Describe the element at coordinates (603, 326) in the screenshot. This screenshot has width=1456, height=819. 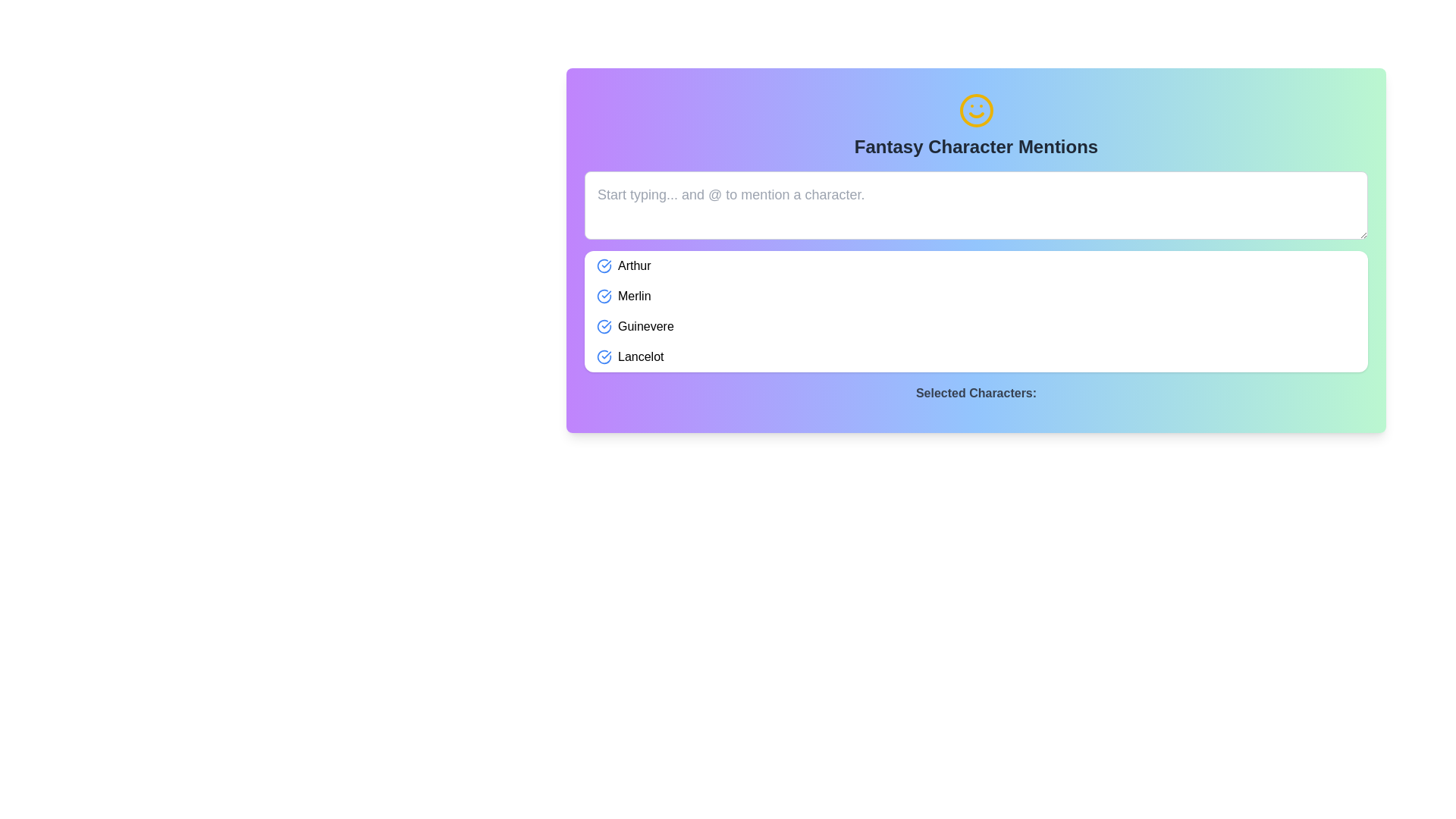
I see `the circular checkmark icon with a blue hue located to the left of the label 'Guinevere'` at that location.